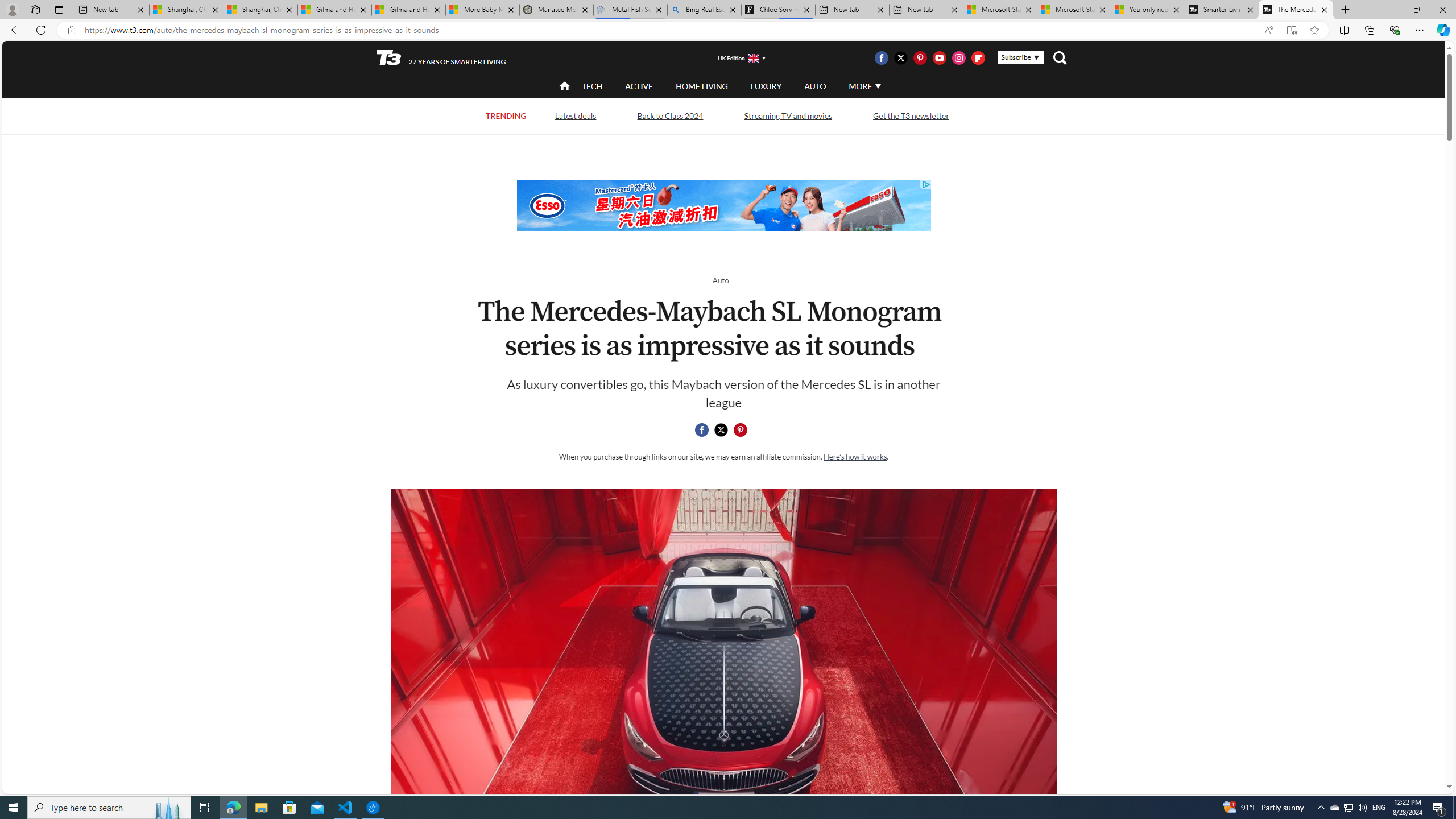 Image resolution: width=1456 pixels, height=819 pixels. What do you see at coordinates (920, 57) in the screenshot?
I see `'Visit us on Pintrest'` at bounding box center [920, 57].